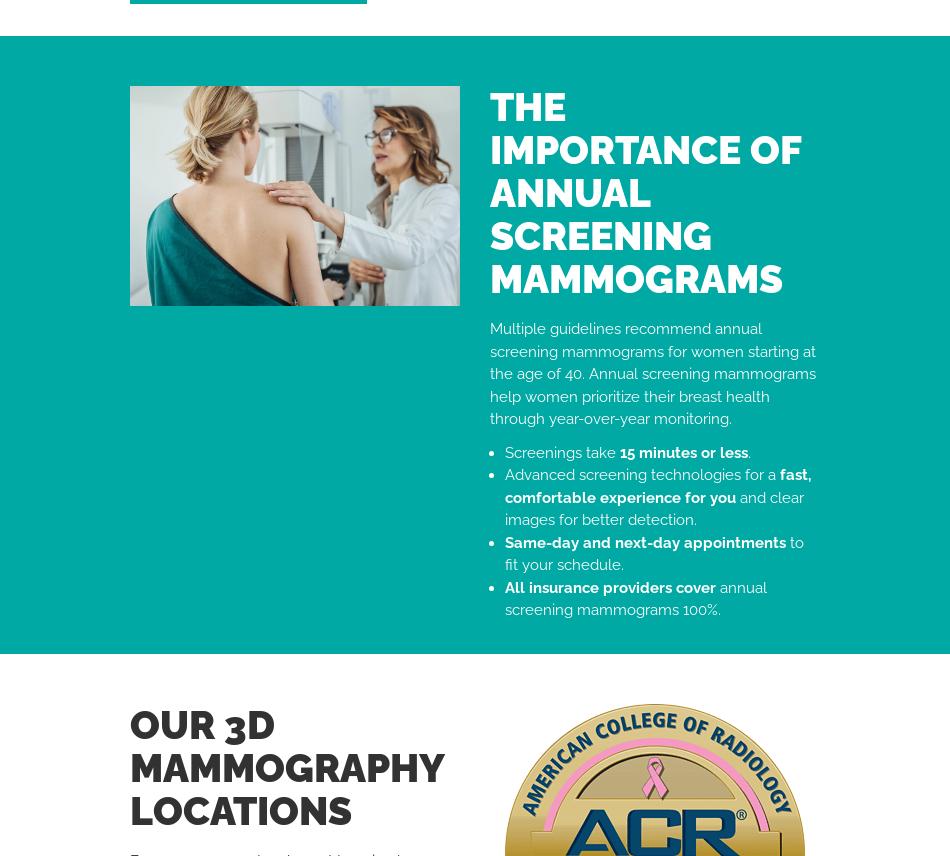 Image resolution: width=950 pixels, height=856 pixels. What do you see at coordinates (610, 586) in the screenshot?
I see `'All insurance providers cover'` at bounding box center [610, 586].